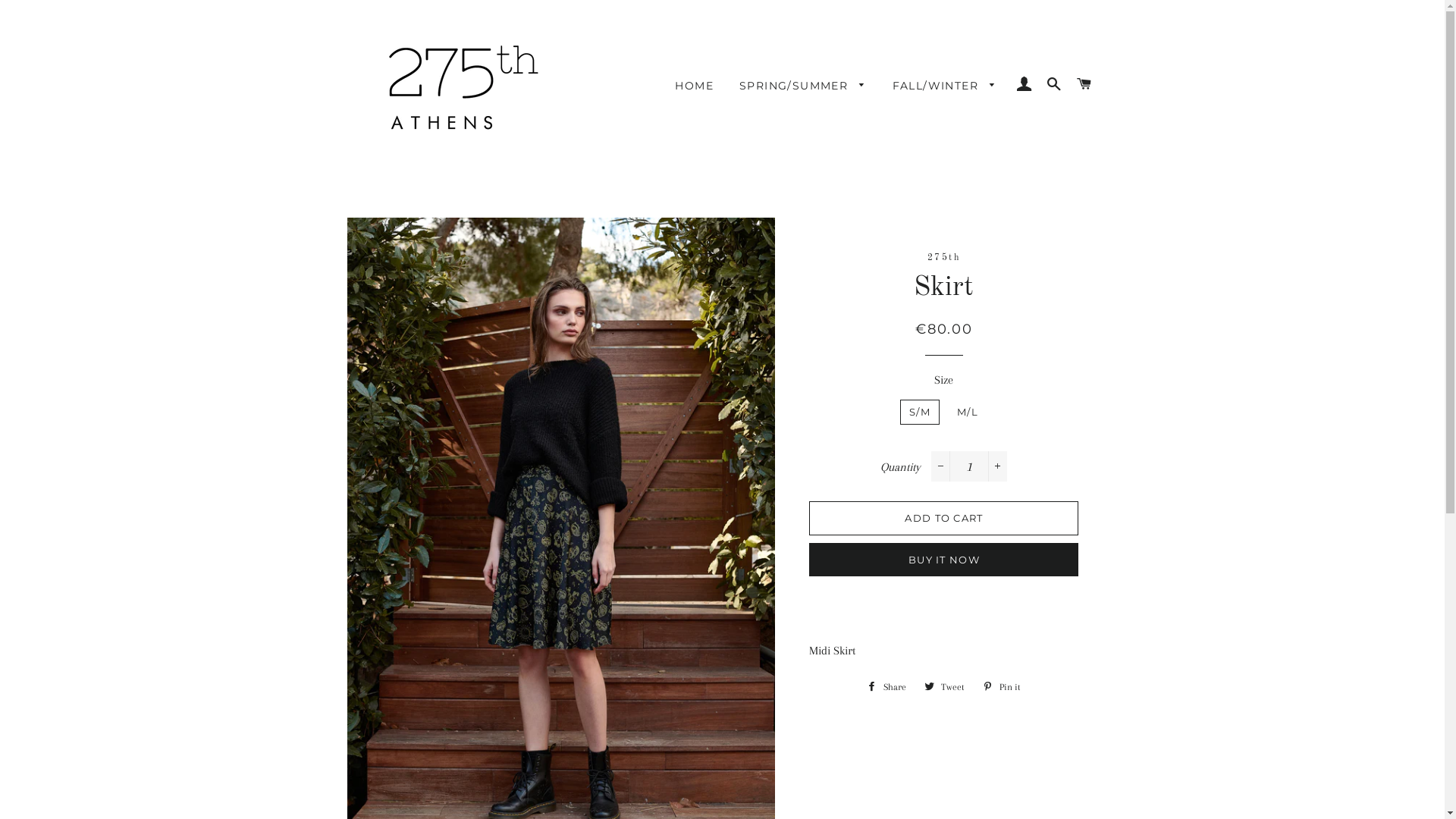 The width and height of the screenshot is (1456, 819). I want to click on 'ADD TO CART', so click(943, 516).